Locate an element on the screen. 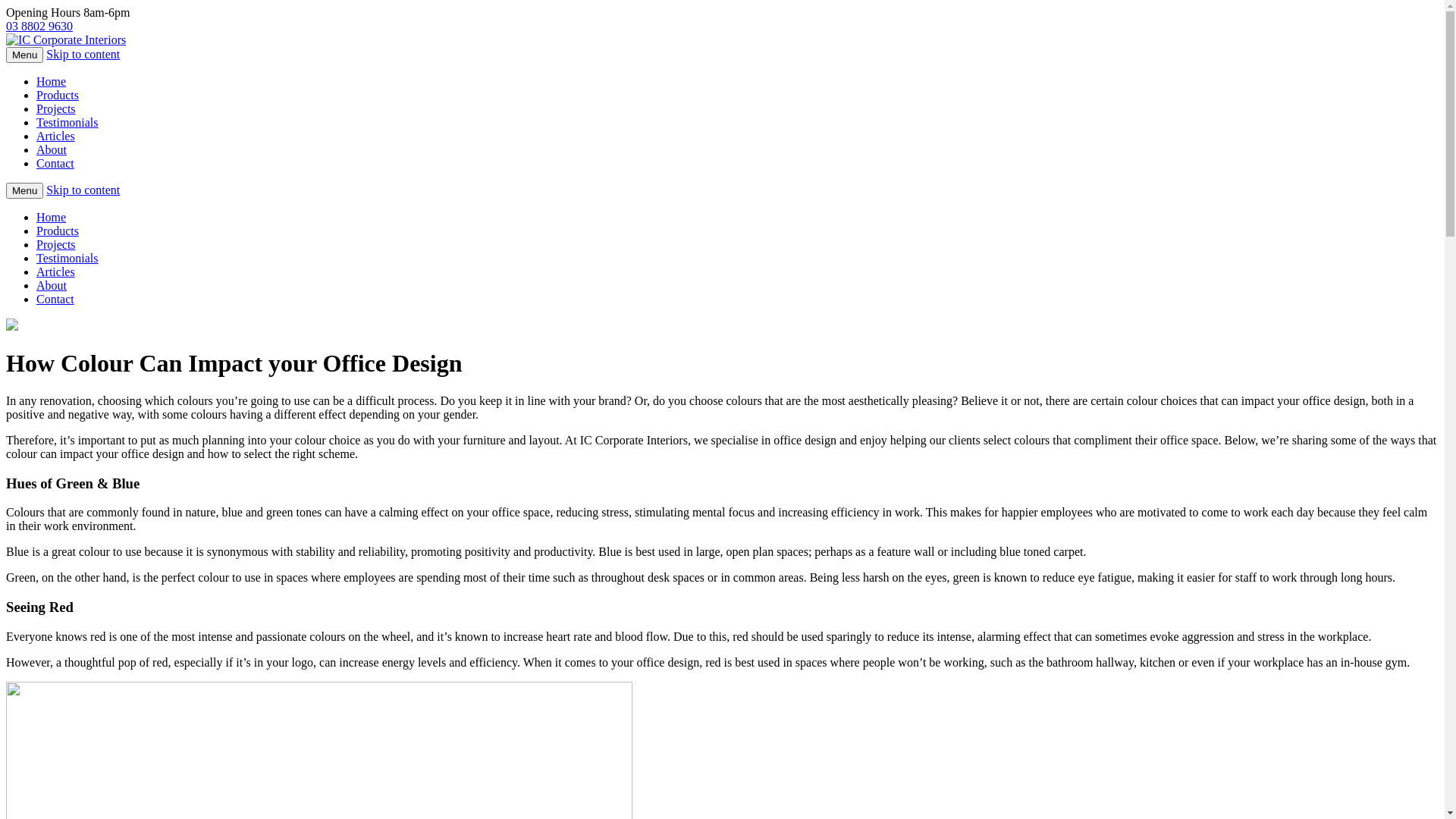  'About' is located at coordinates (51, 149).